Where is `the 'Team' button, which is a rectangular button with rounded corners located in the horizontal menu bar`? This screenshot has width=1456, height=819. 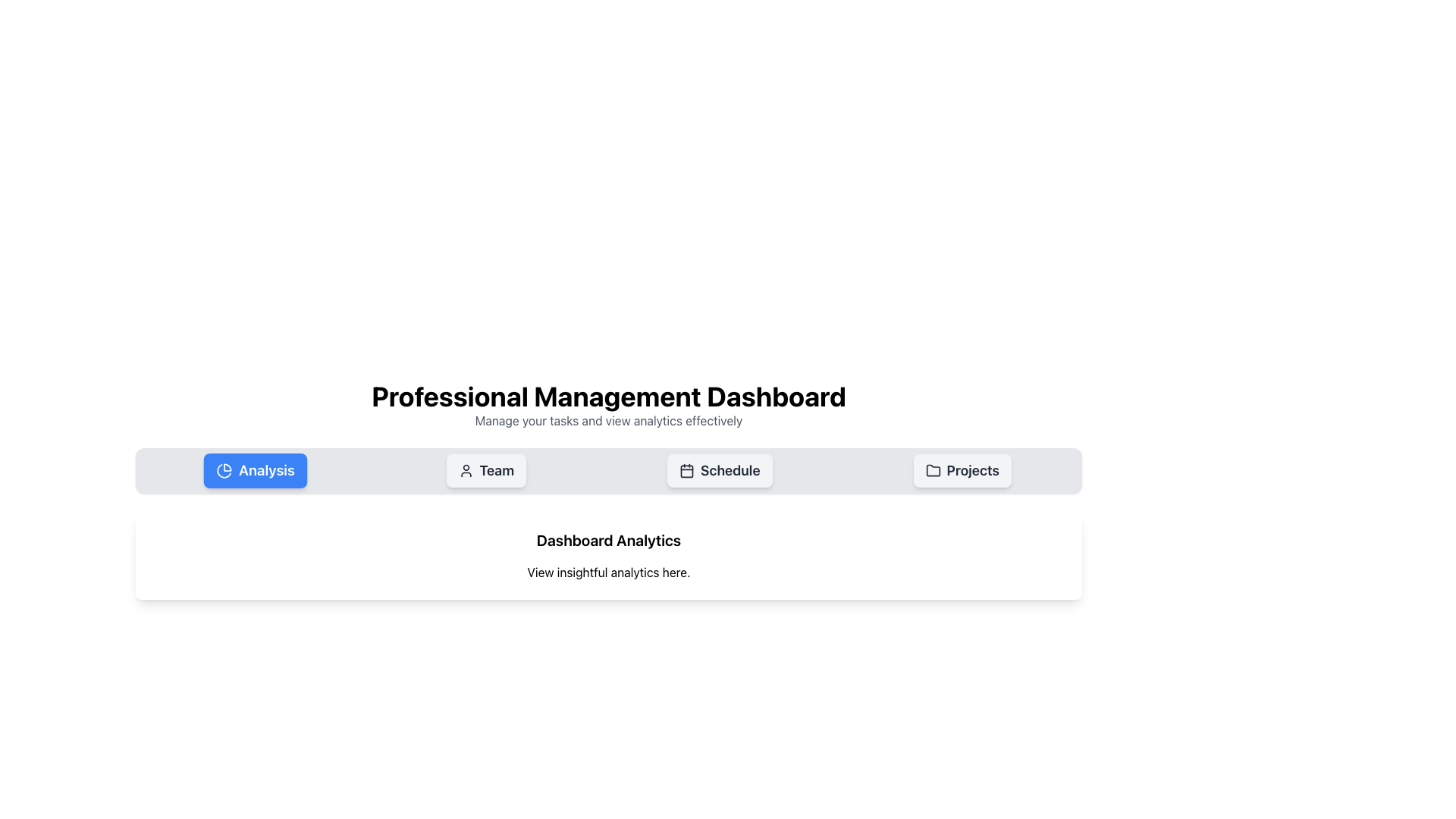
the 'Team' button, which is a rectangular button with rounded corners located in the horizontal menu bar is located at coordinates (486, 470).